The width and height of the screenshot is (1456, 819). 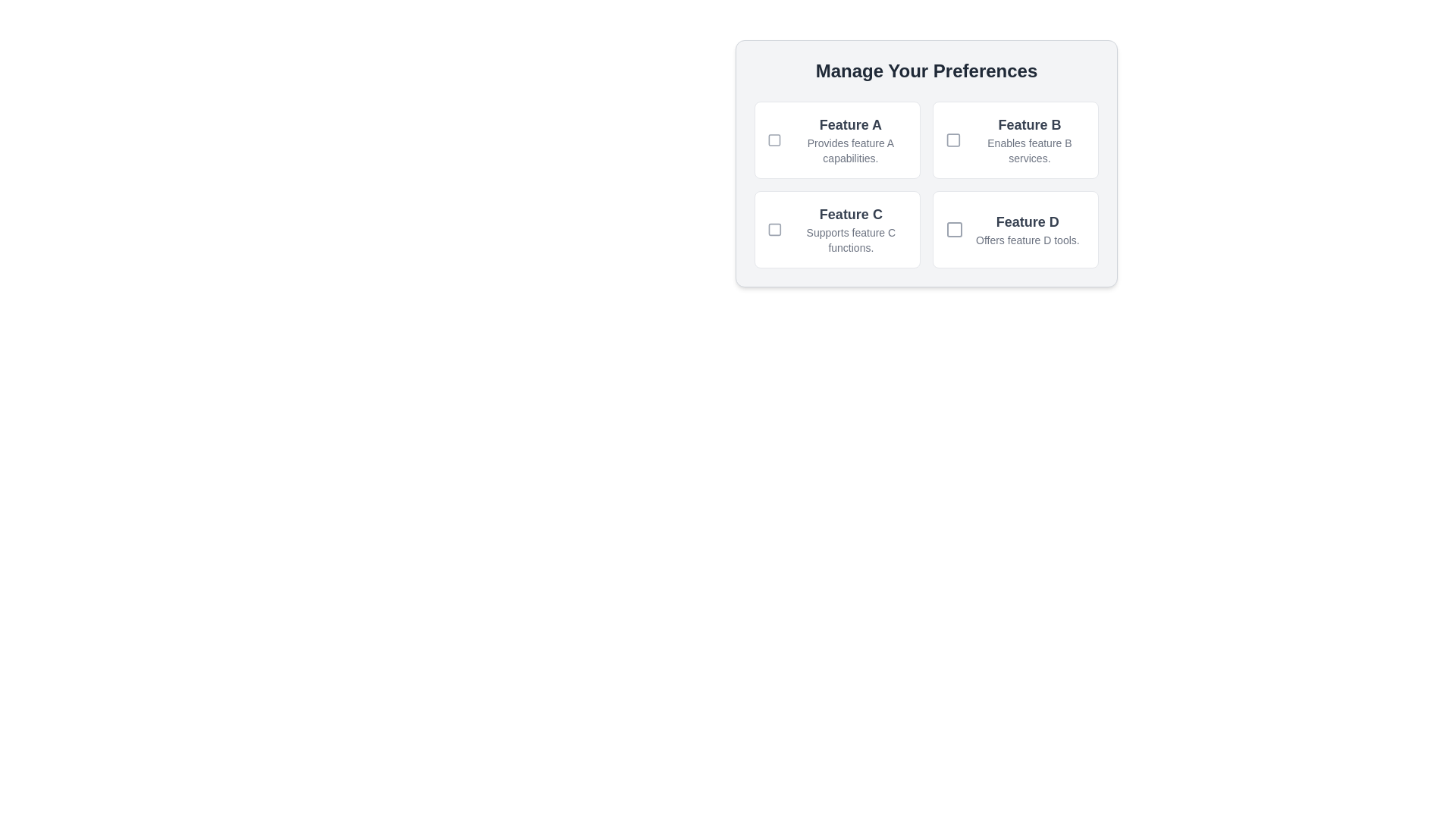 What do you see at coordinates (1030, 124) in the screenshot?
I see `the Text label that serves as a title or heading for the feature description in the preference selection interface, located in the upper-right quadrant of the layout` at bounding box center [1030, 124].